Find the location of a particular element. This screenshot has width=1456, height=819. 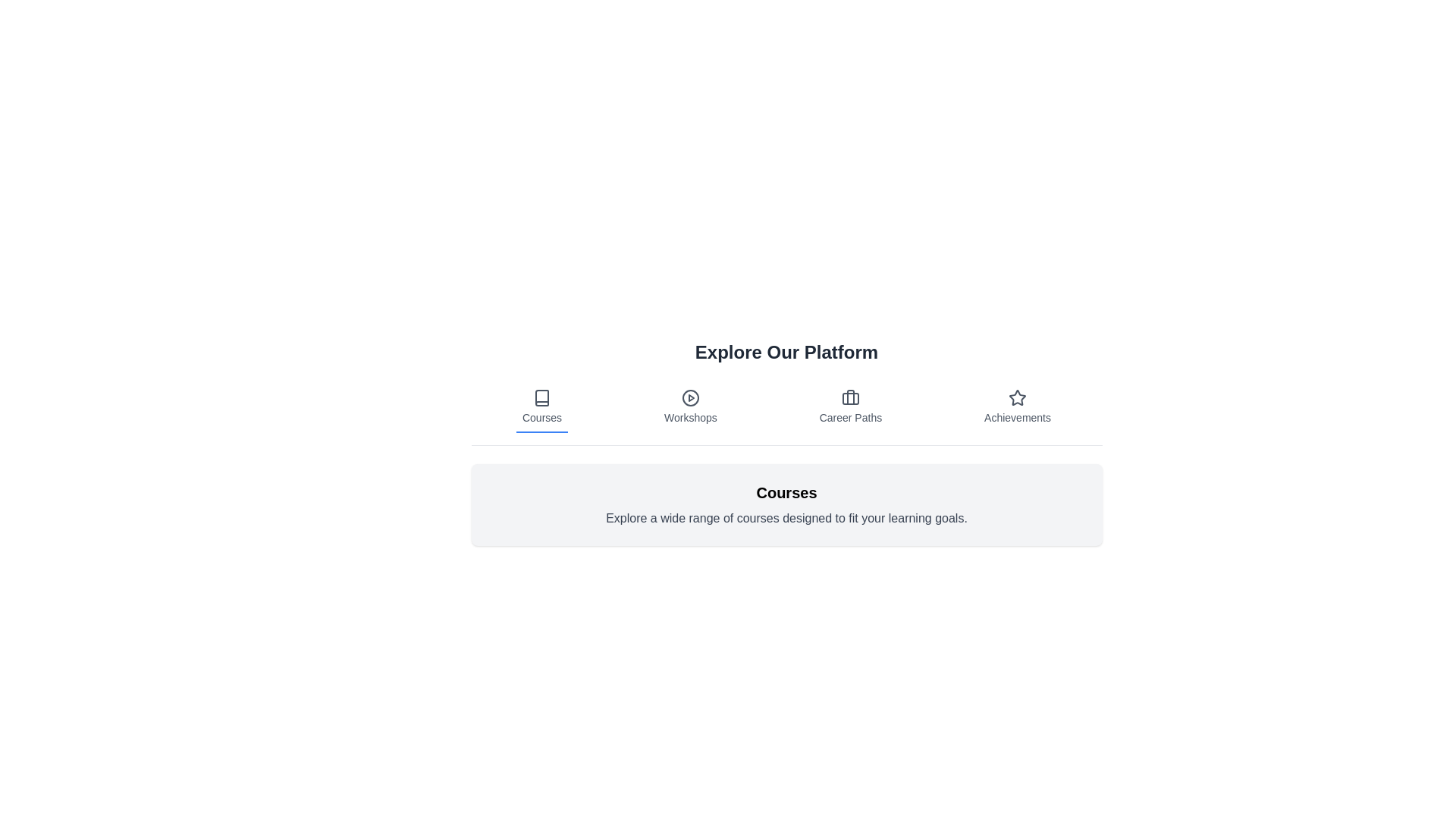

the tab labeled Courses to view its content is located at coordinates (542, 406).